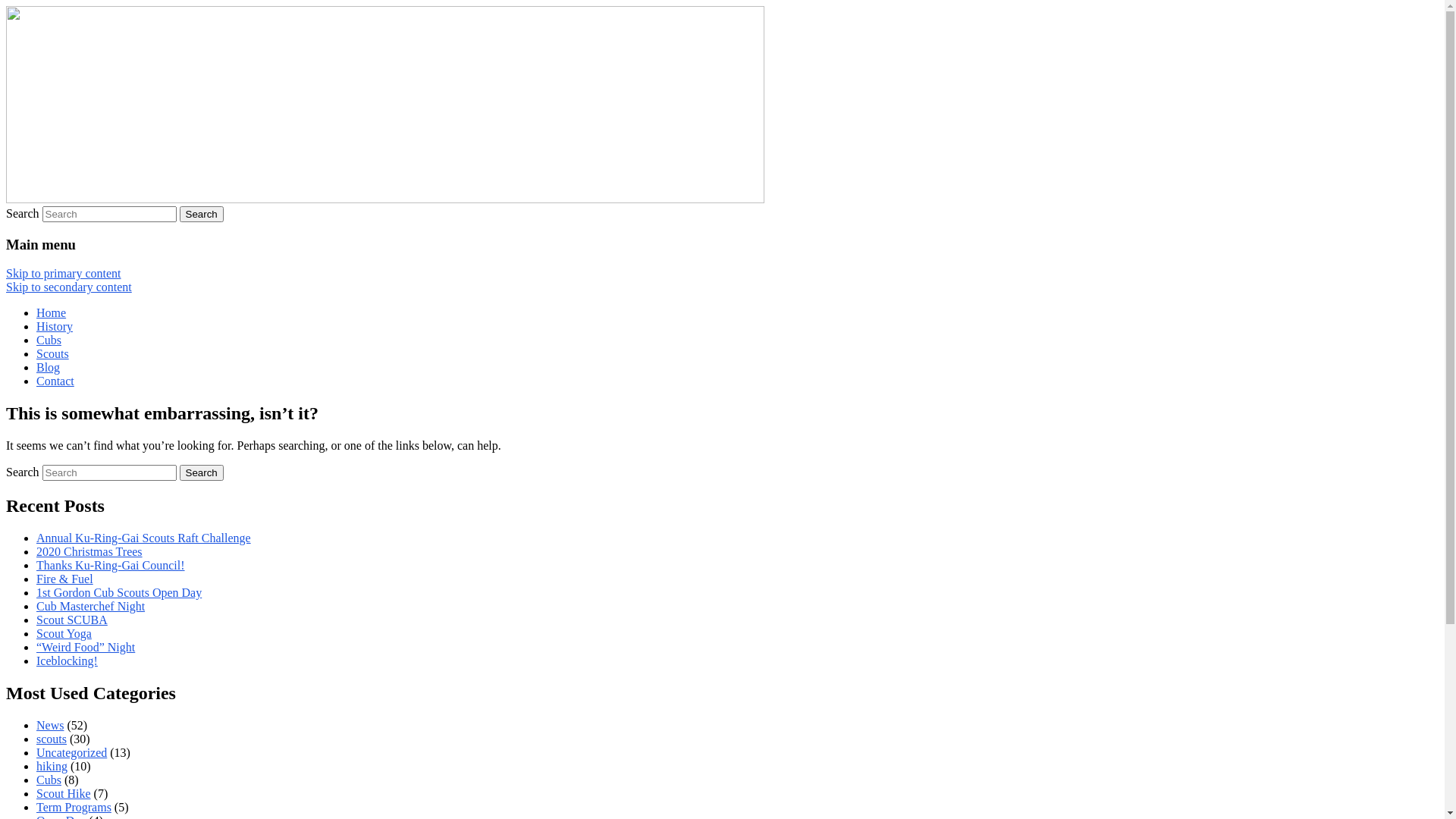  Describe the element at coordinates (62, 273) in the screenshot. I see `'Skip to primary content'` at that location.